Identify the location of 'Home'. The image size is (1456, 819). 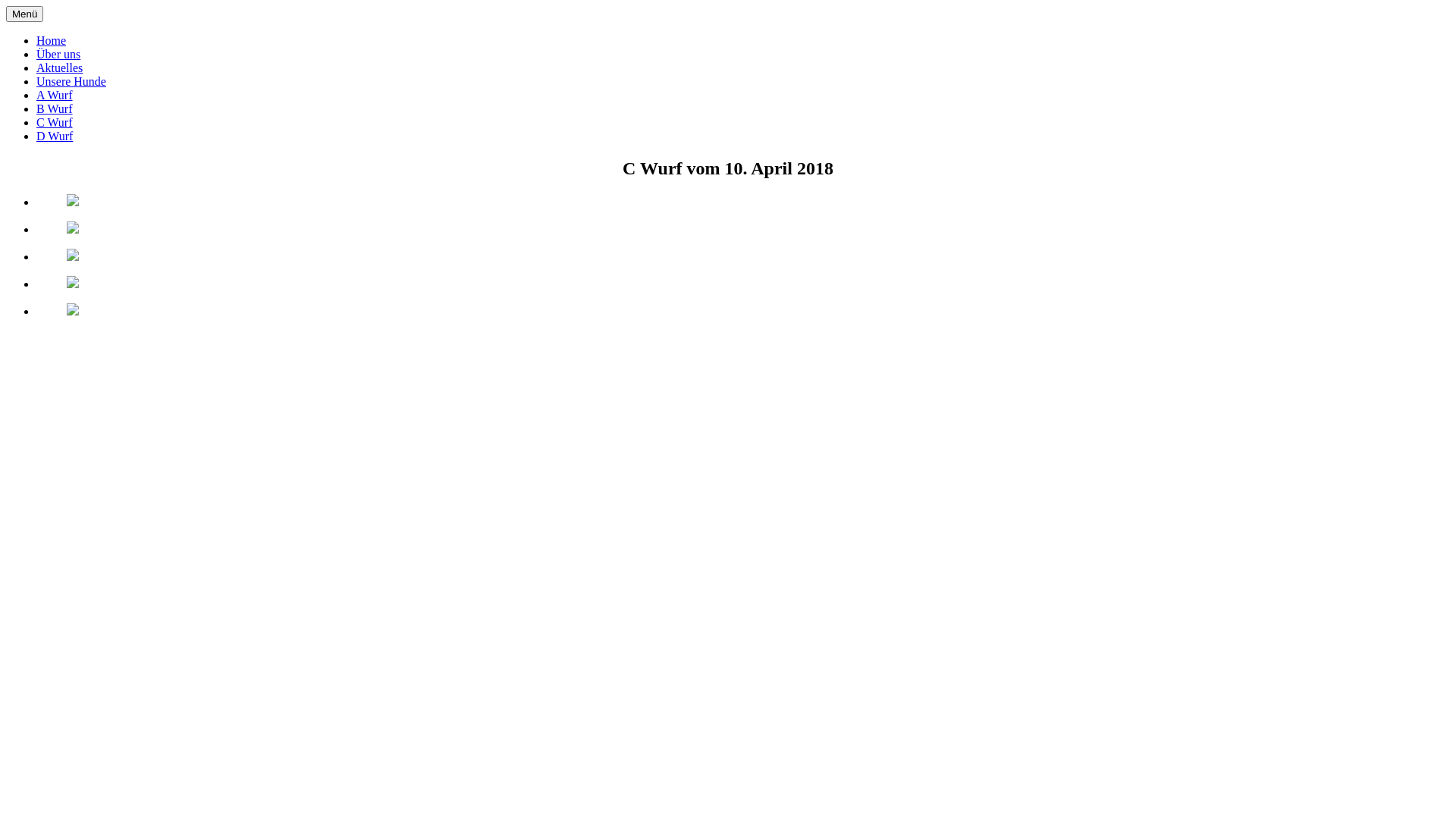
(36, 39).